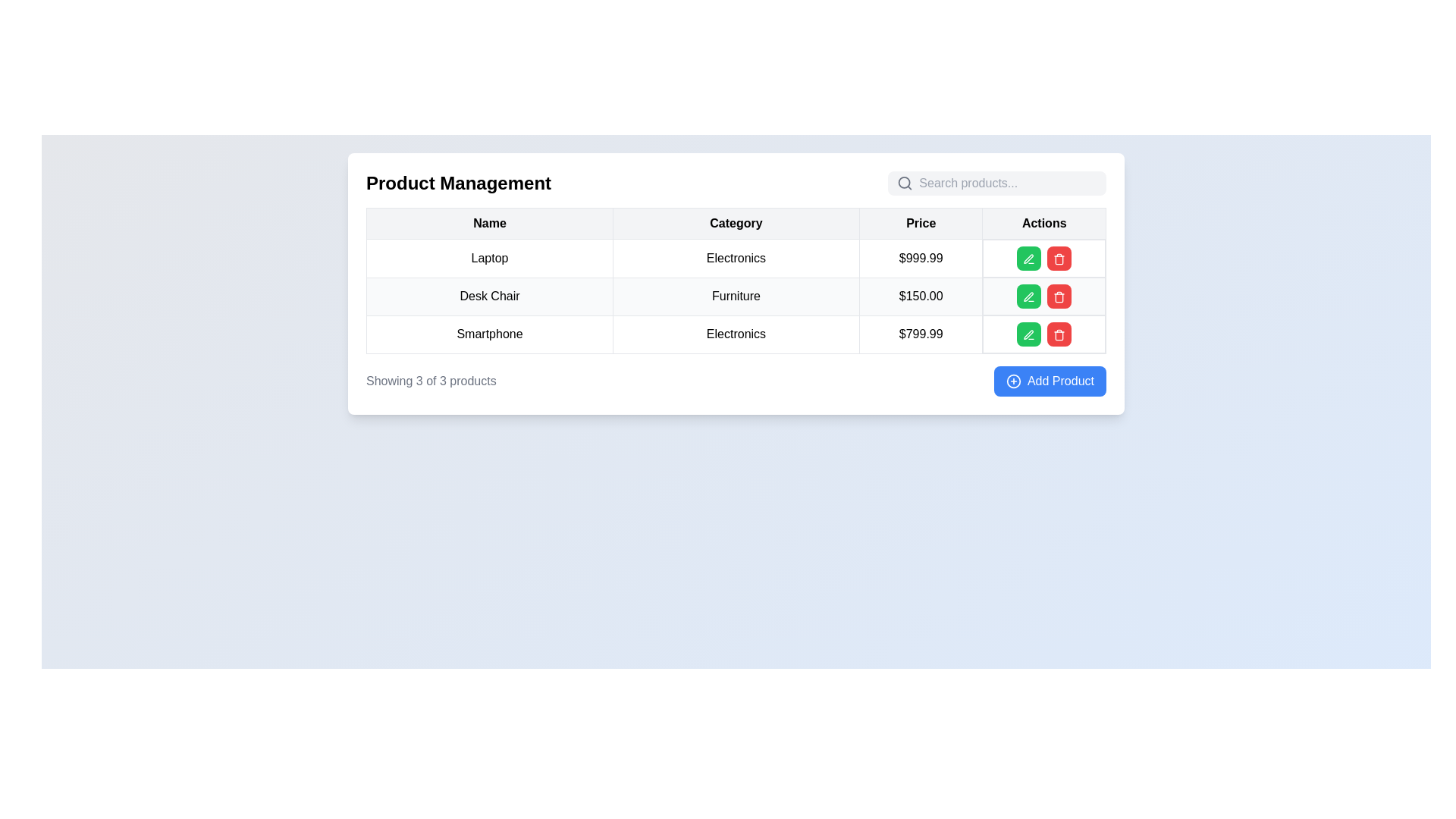  Describe the element at coordinates (1029, 333) in the screenshot. I see `the edit button located in the third row of the table under the 'Actions' column` at that location.